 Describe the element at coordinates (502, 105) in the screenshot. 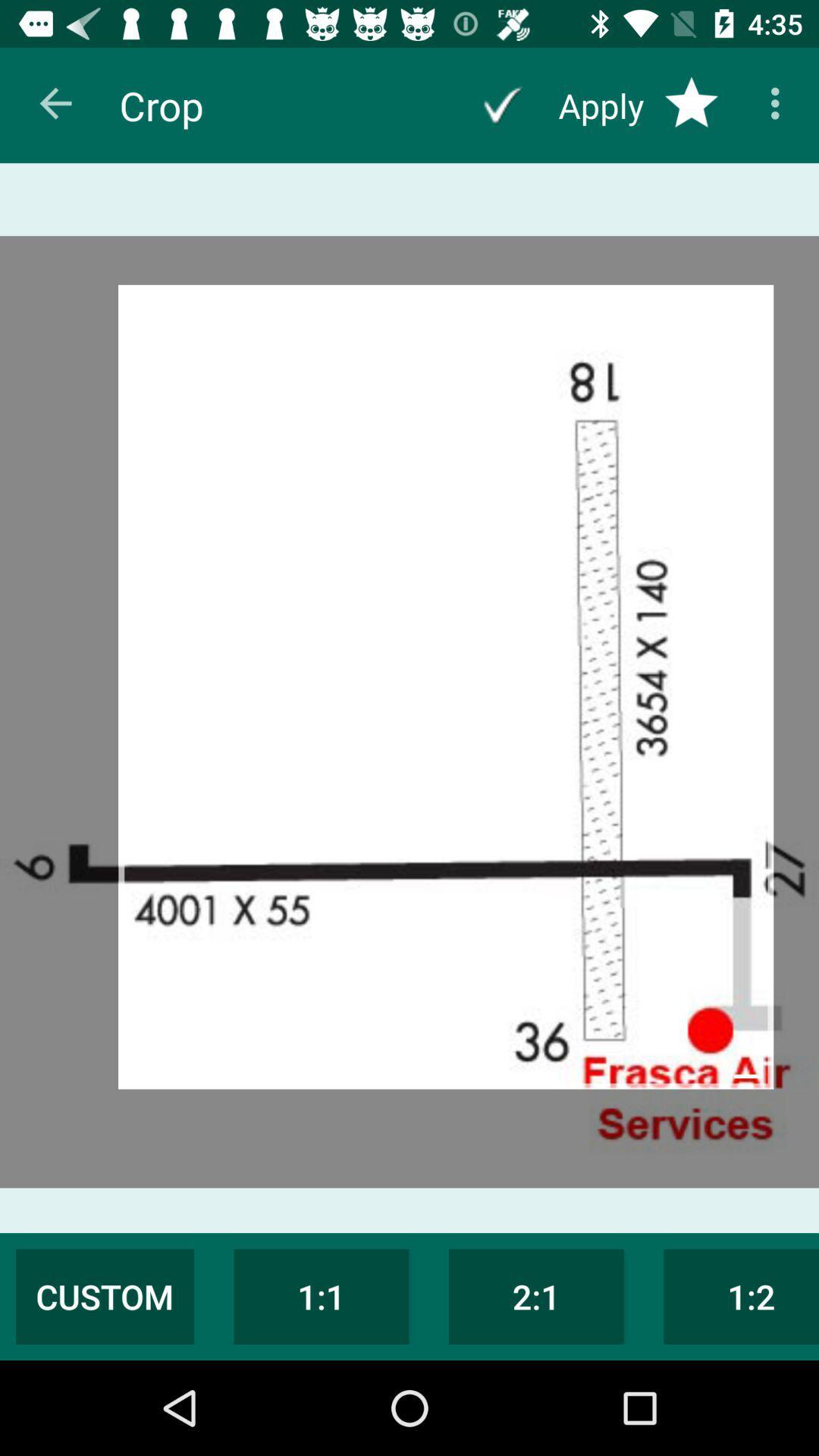

I see `apply changes` at that location.